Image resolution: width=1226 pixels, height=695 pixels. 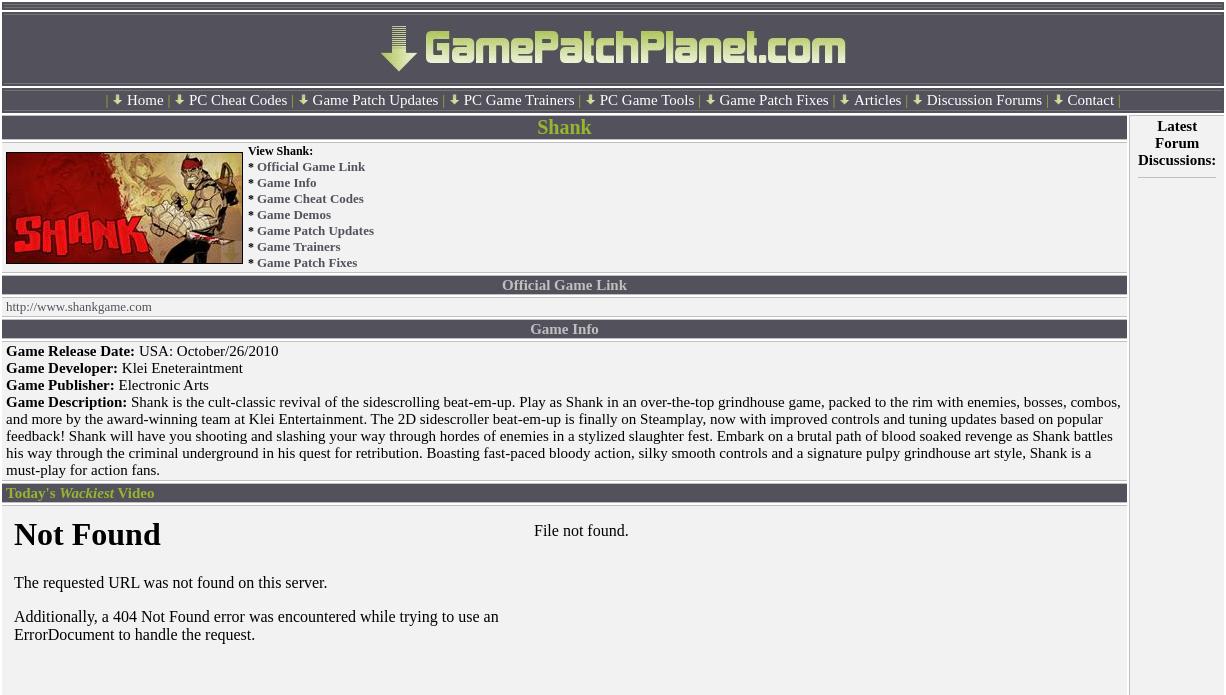 I want to click on 'Game Developer:', so click(x=62, y=367).